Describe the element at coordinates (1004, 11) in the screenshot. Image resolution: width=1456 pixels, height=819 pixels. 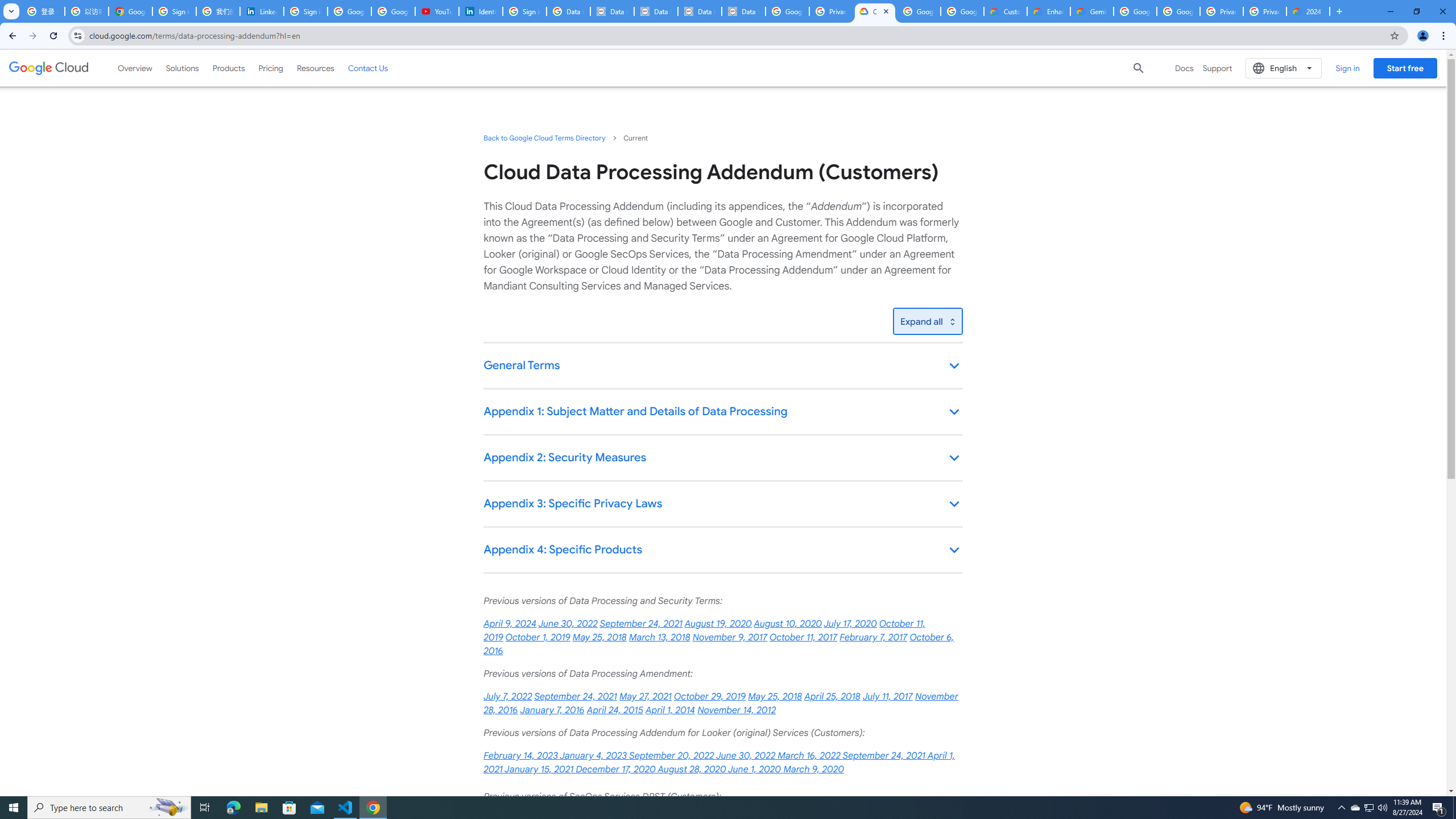
I see `'Customer Care | Google Cloud'` at that location.